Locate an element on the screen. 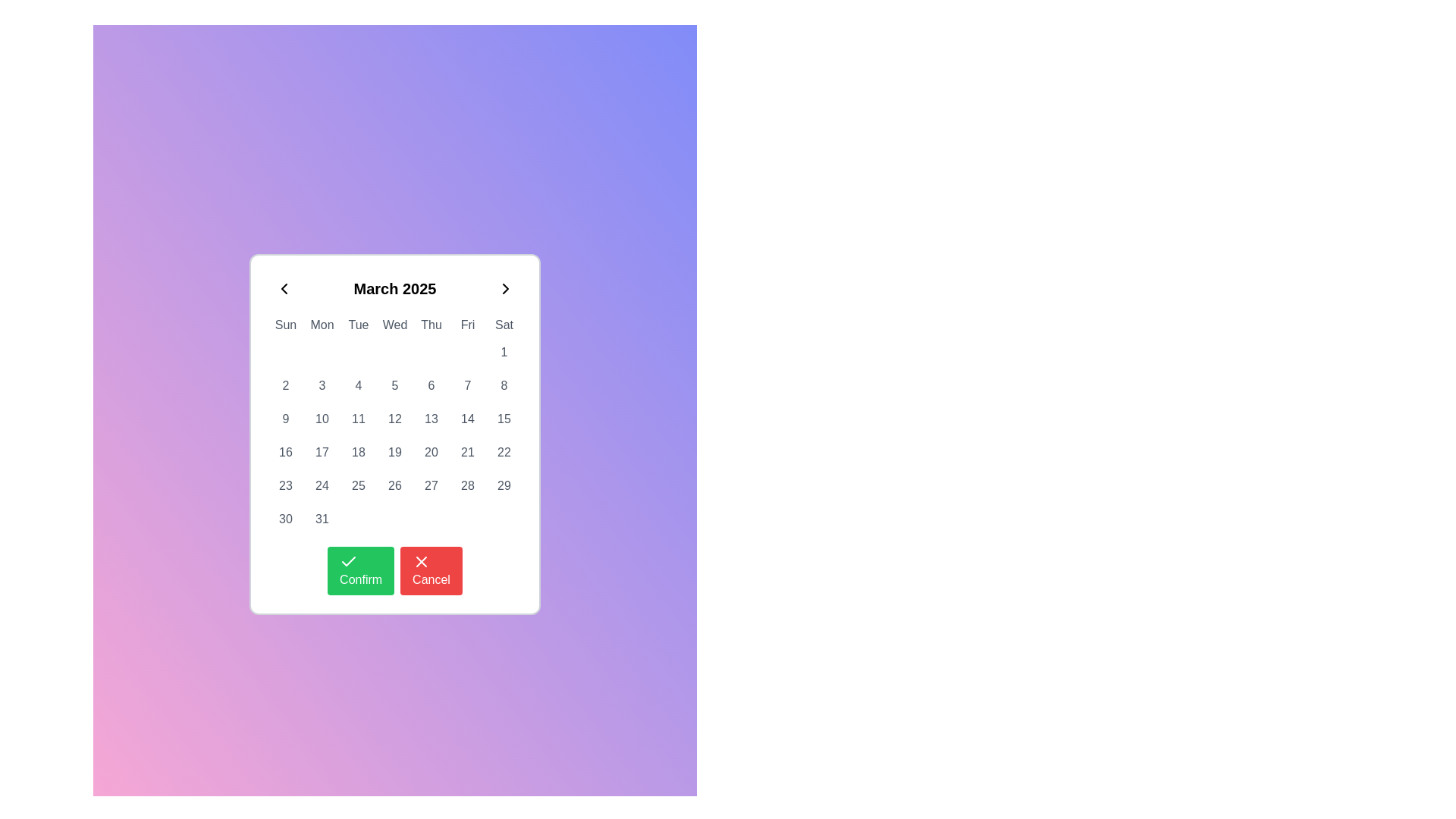 The height and width of the screenshot is (819, 1456). the small, discrete dot located in the first row under the 'Sun' column of the calendar interface is located at coordinates (286, 353).